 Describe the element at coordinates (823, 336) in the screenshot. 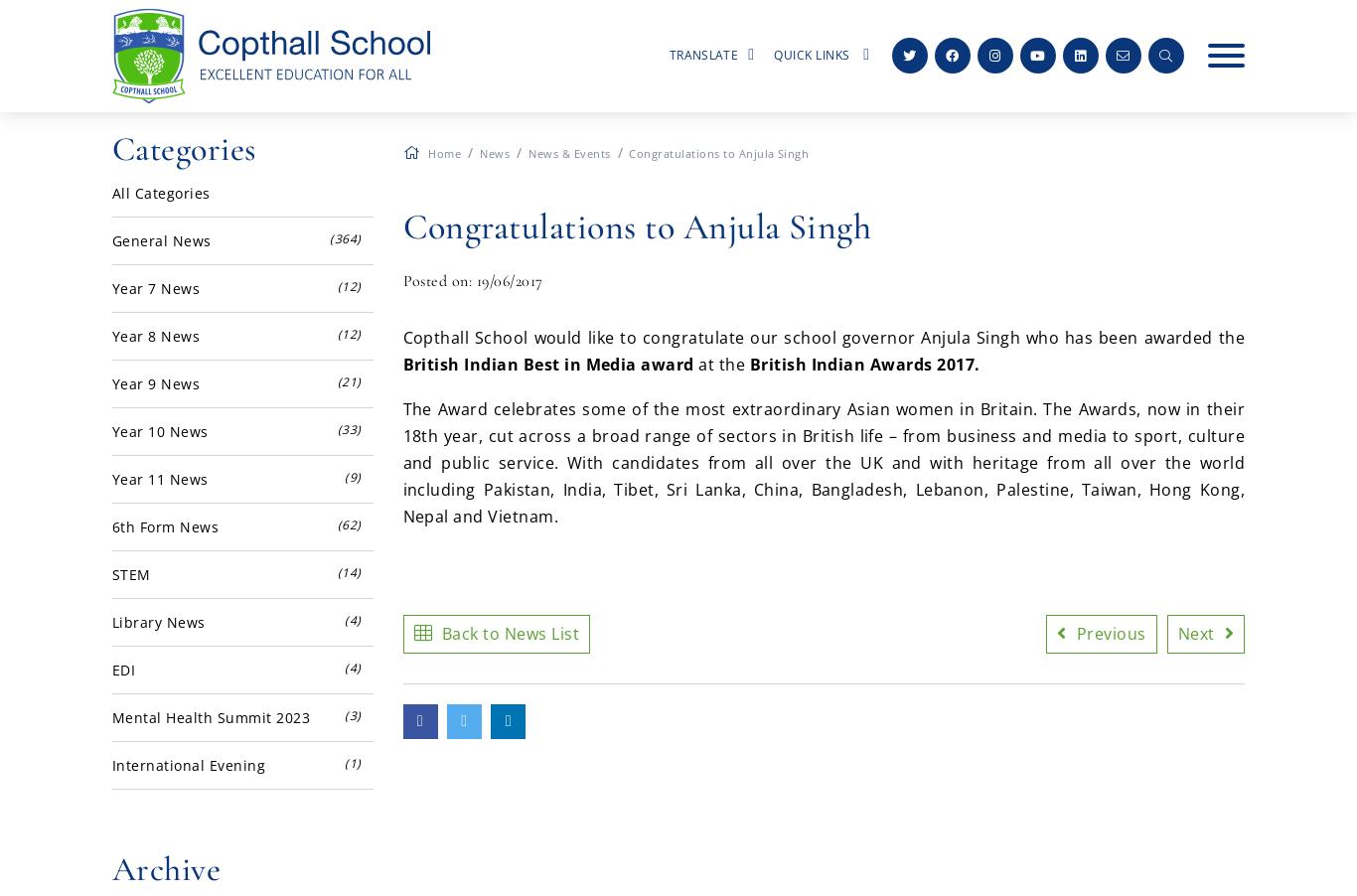

I see `'Copthall School would like to congratulate our school governor Anjula Singh who has been awarded the'` at that location.